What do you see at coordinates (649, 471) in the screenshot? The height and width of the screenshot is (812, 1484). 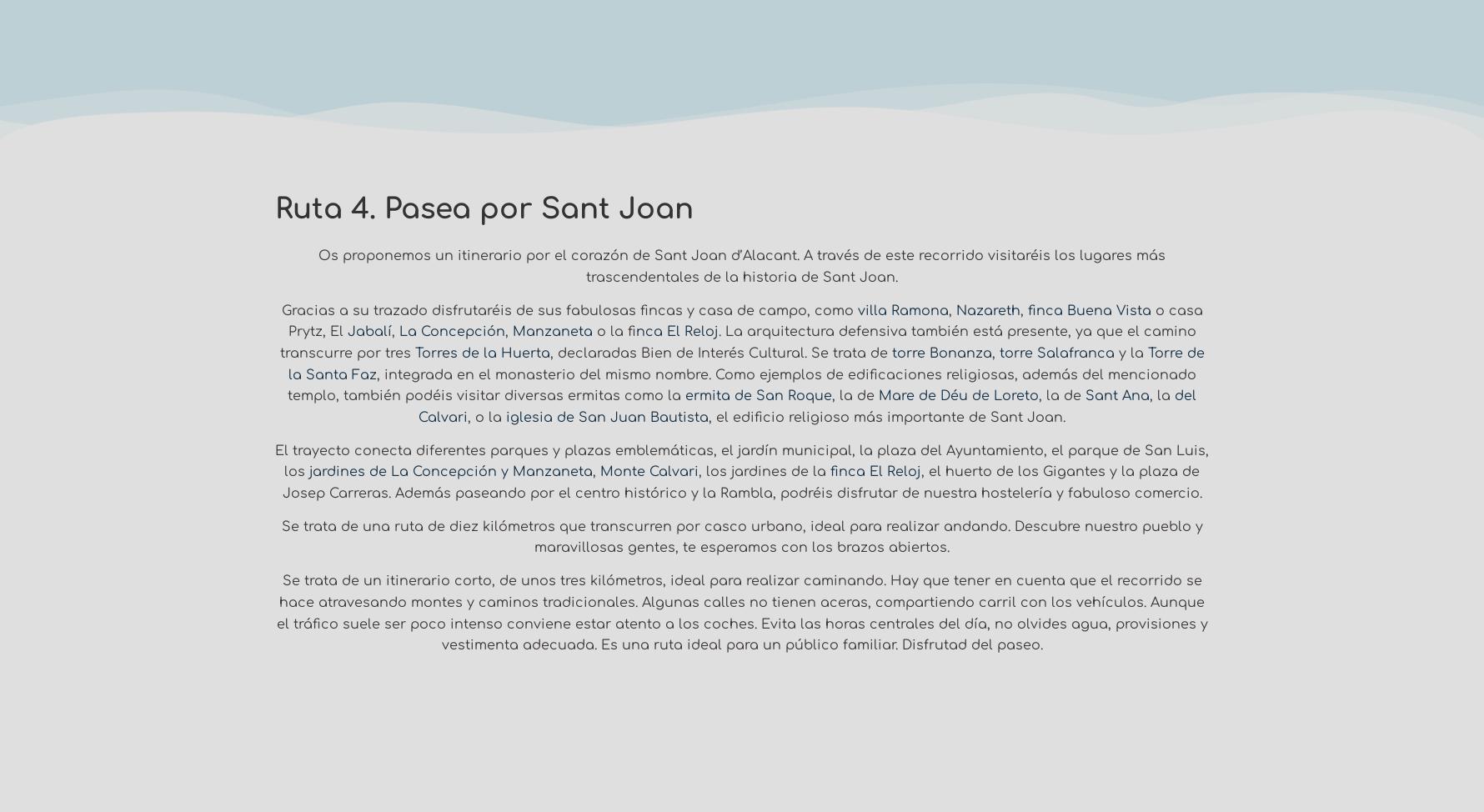 I see `'Monte Calvari'` at bounding box center [649, 471].